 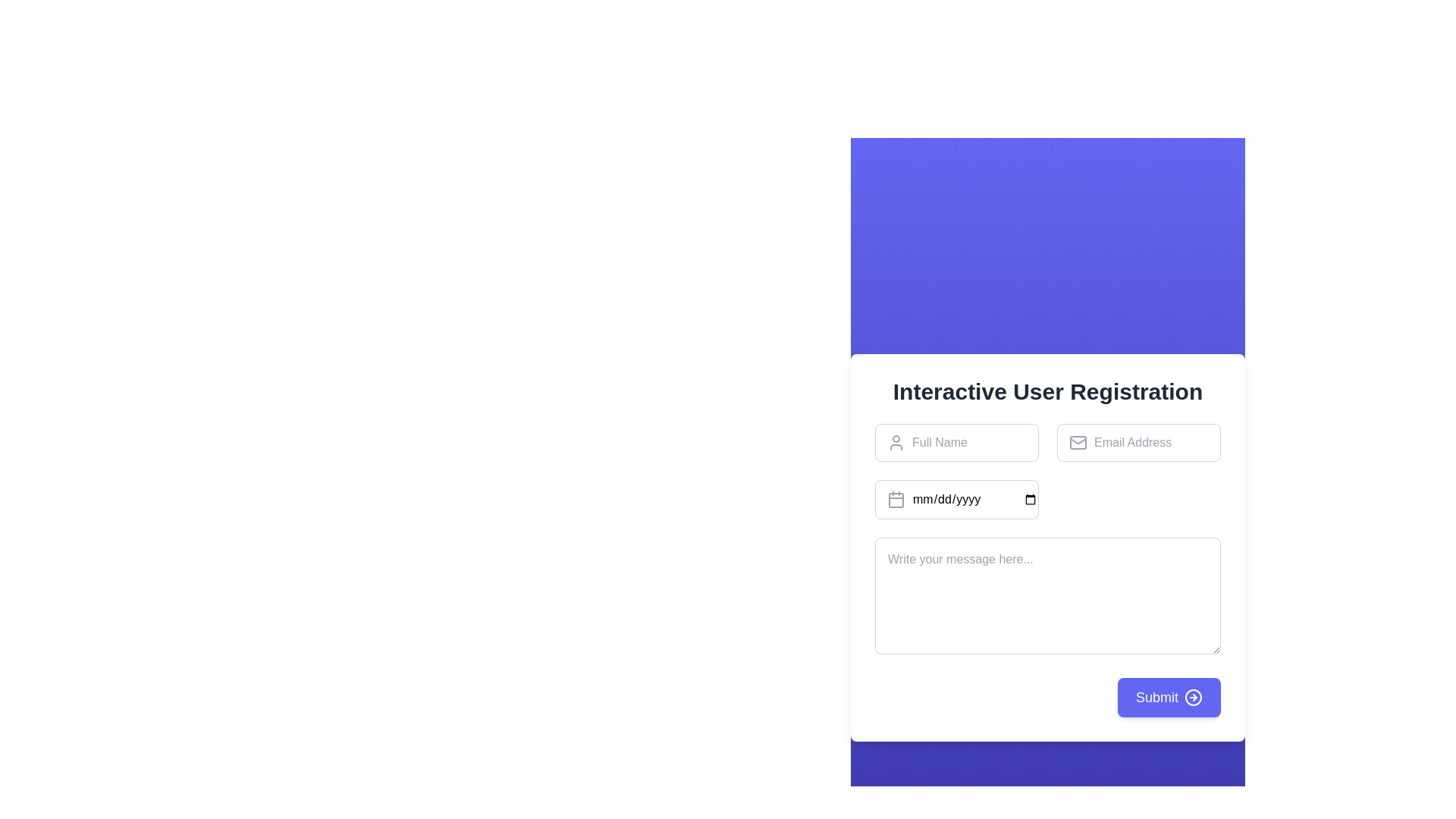 What do you see at coordinates (1077, 442) in the screenshot?
I see `the gray outline mail icon, which features a rectangular envelope shape with a triangular flap, located to the left of the email address input field` at bounding box center [1077, 442].